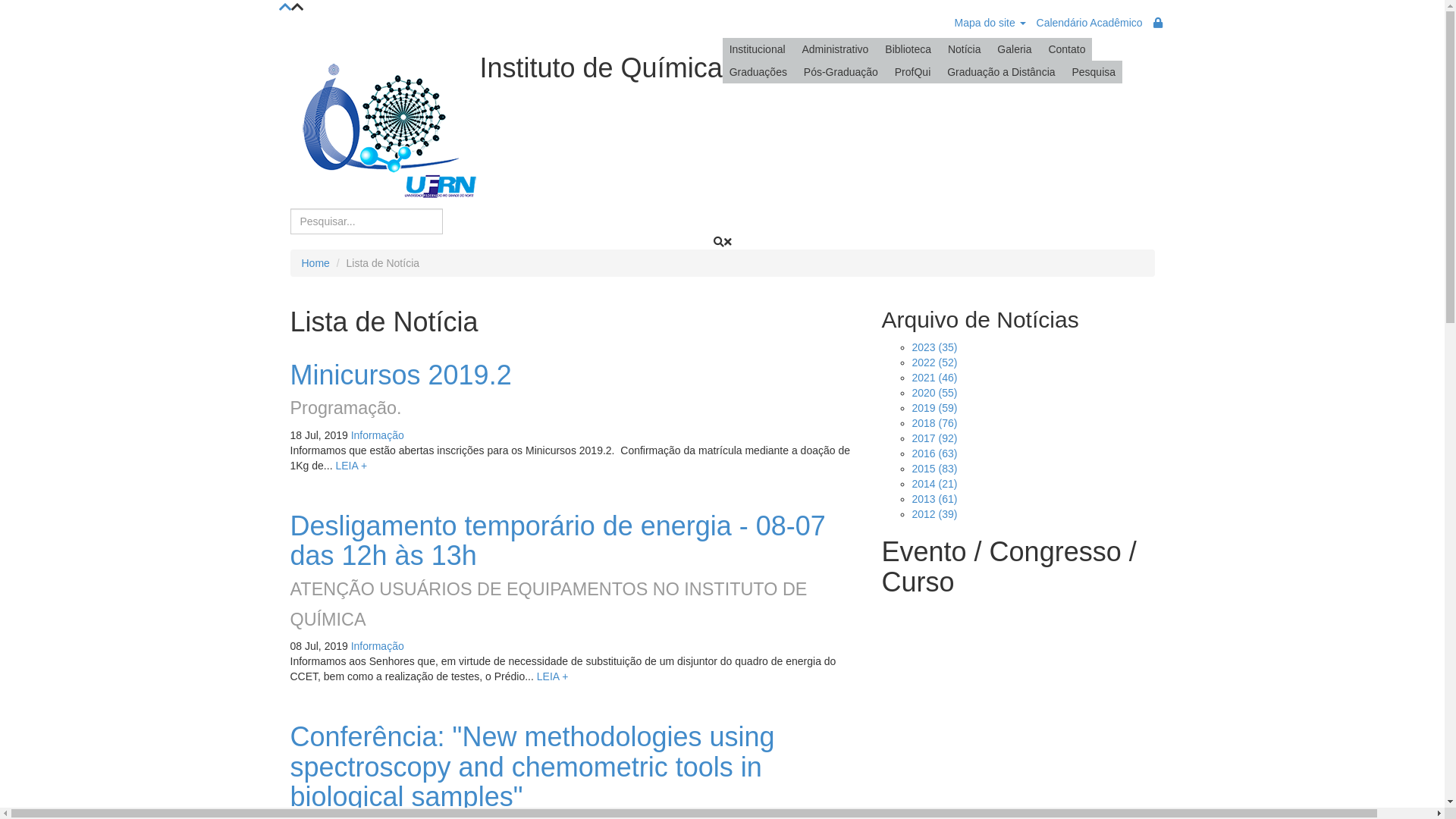 The height and width of the screenshot is (819, 1456). I want to click on '2020 (55)', so click(910, 391).